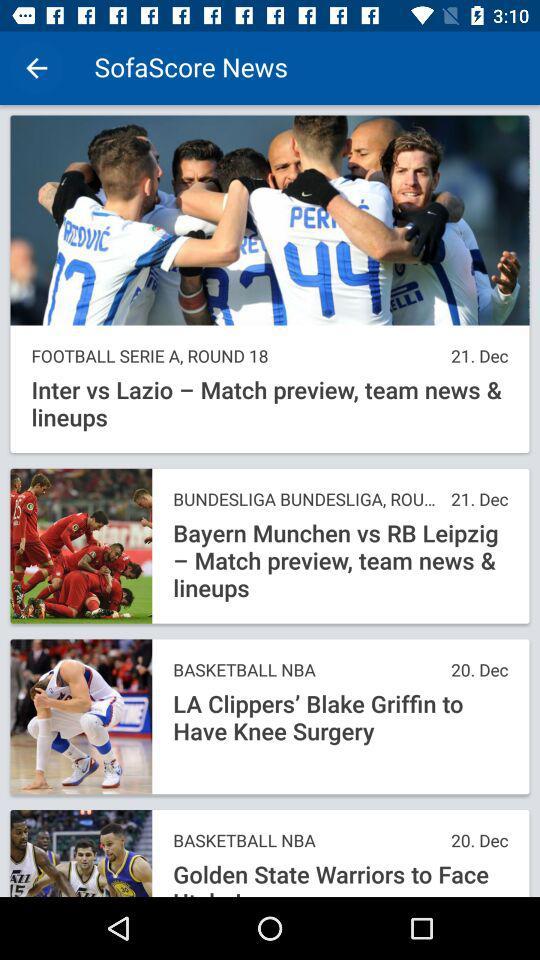 This screenshot has width=540, height=960. What do you see at coordinates (306, 498) in the screenshot?
I see `item to the left of the 21. dec icon` at bounding box center [306, 498].